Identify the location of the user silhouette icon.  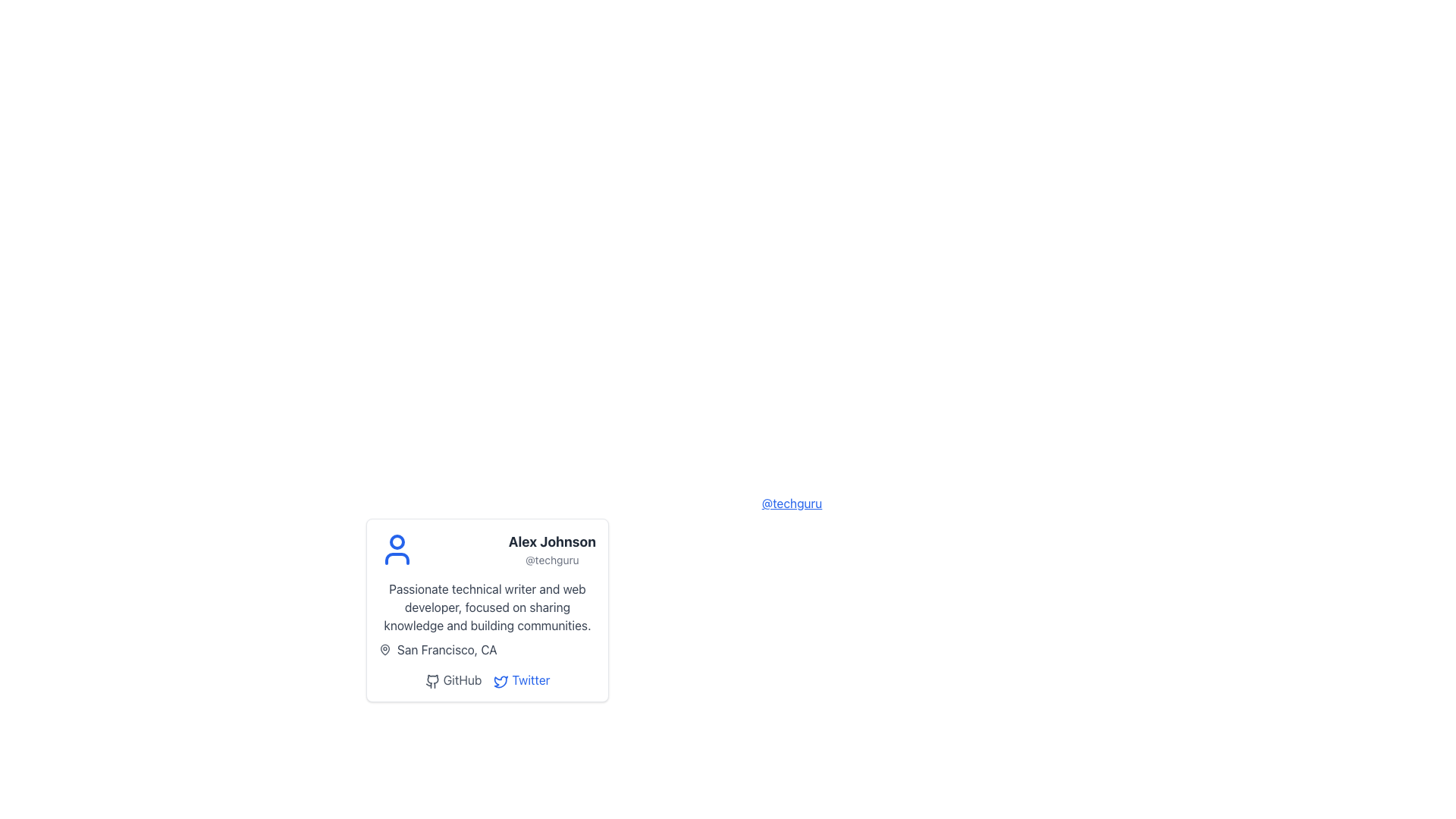
(397, 550).